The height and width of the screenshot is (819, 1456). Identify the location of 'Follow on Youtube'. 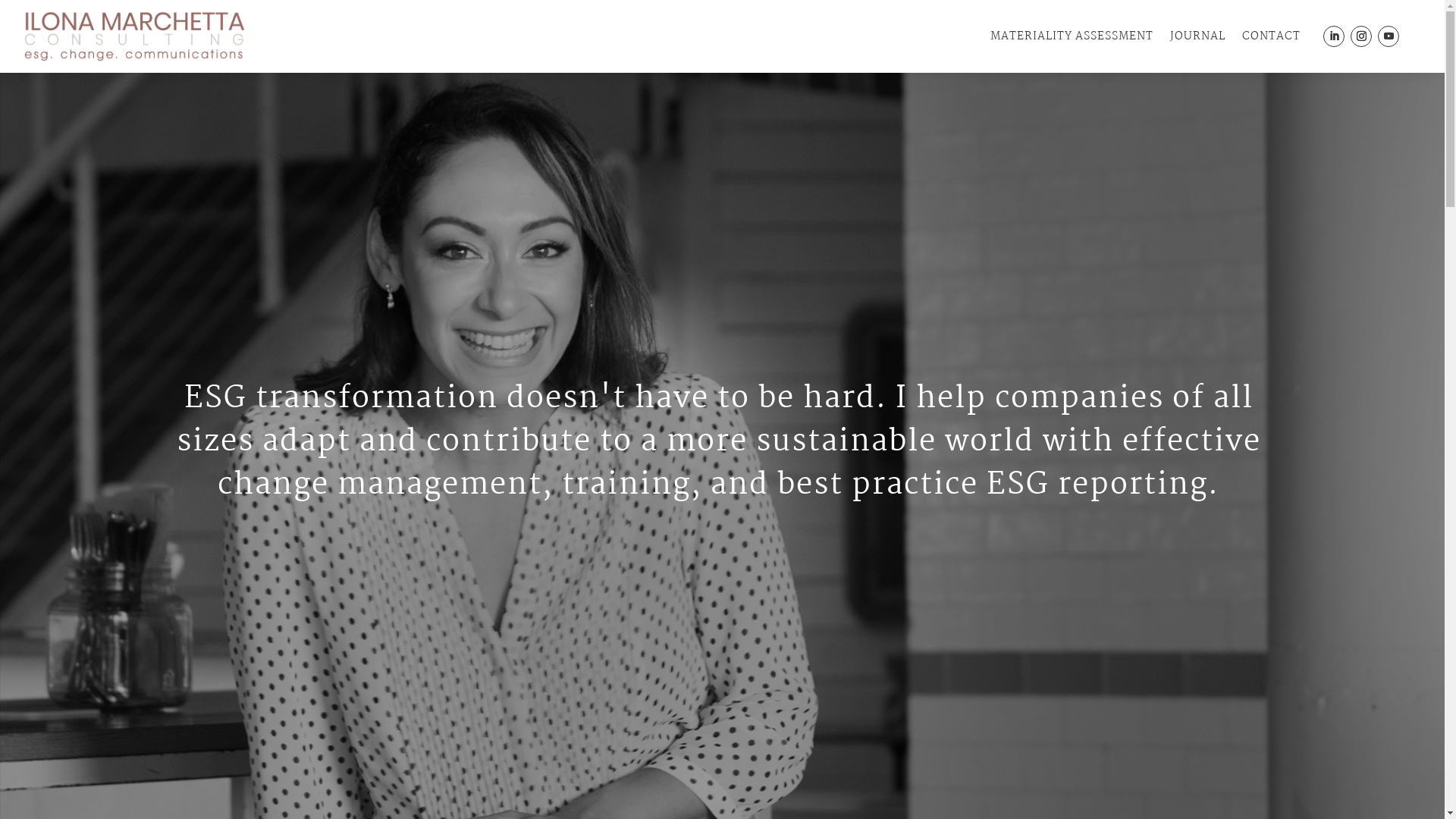
(1388, 35).